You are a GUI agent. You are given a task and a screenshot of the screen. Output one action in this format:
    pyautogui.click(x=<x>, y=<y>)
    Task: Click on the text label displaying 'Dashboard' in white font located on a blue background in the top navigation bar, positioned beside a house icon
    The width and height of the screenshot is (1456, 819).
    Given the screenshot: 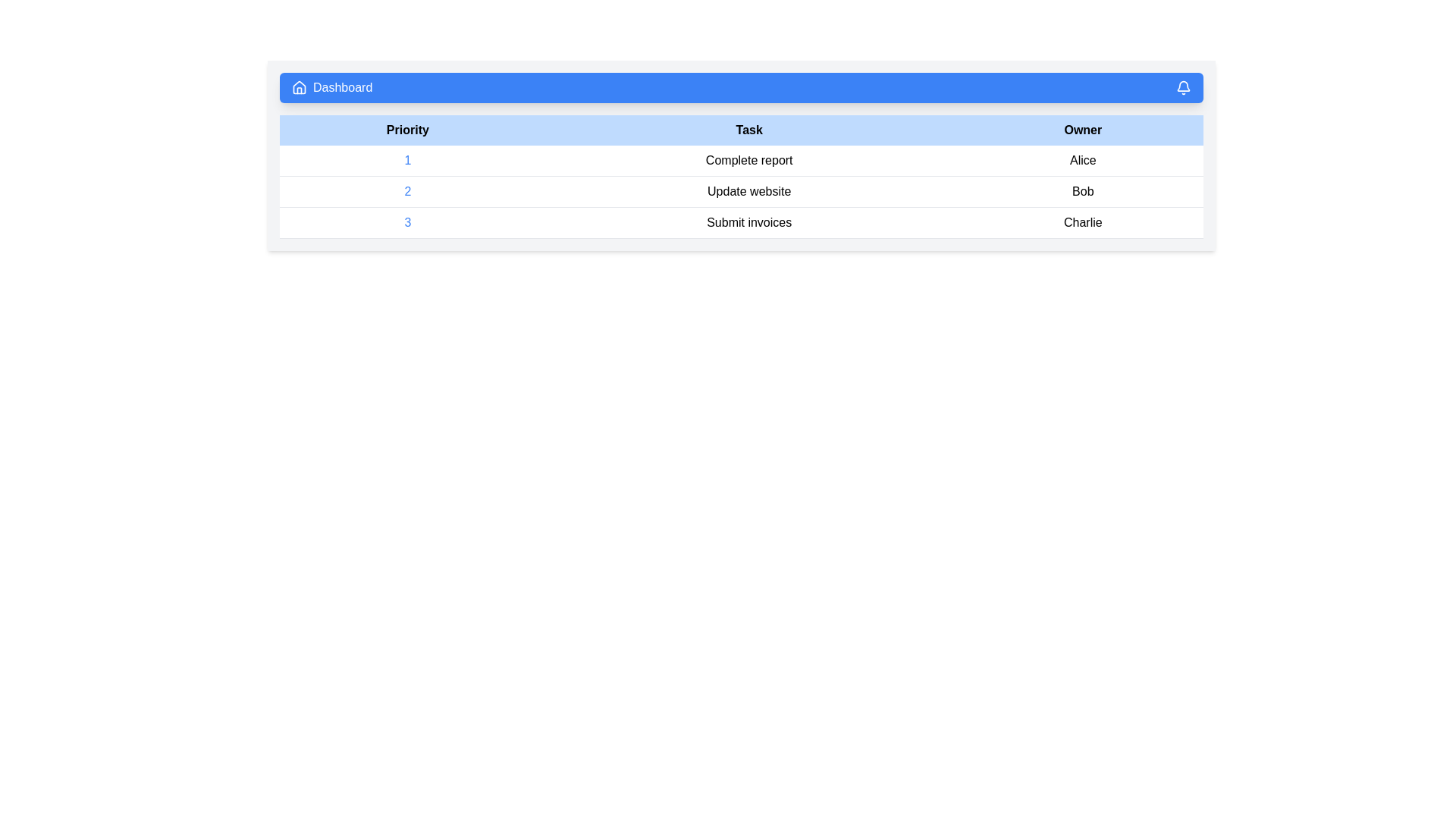 What is the action you would take?
    pyautogui.click(x=342, y=87)
    